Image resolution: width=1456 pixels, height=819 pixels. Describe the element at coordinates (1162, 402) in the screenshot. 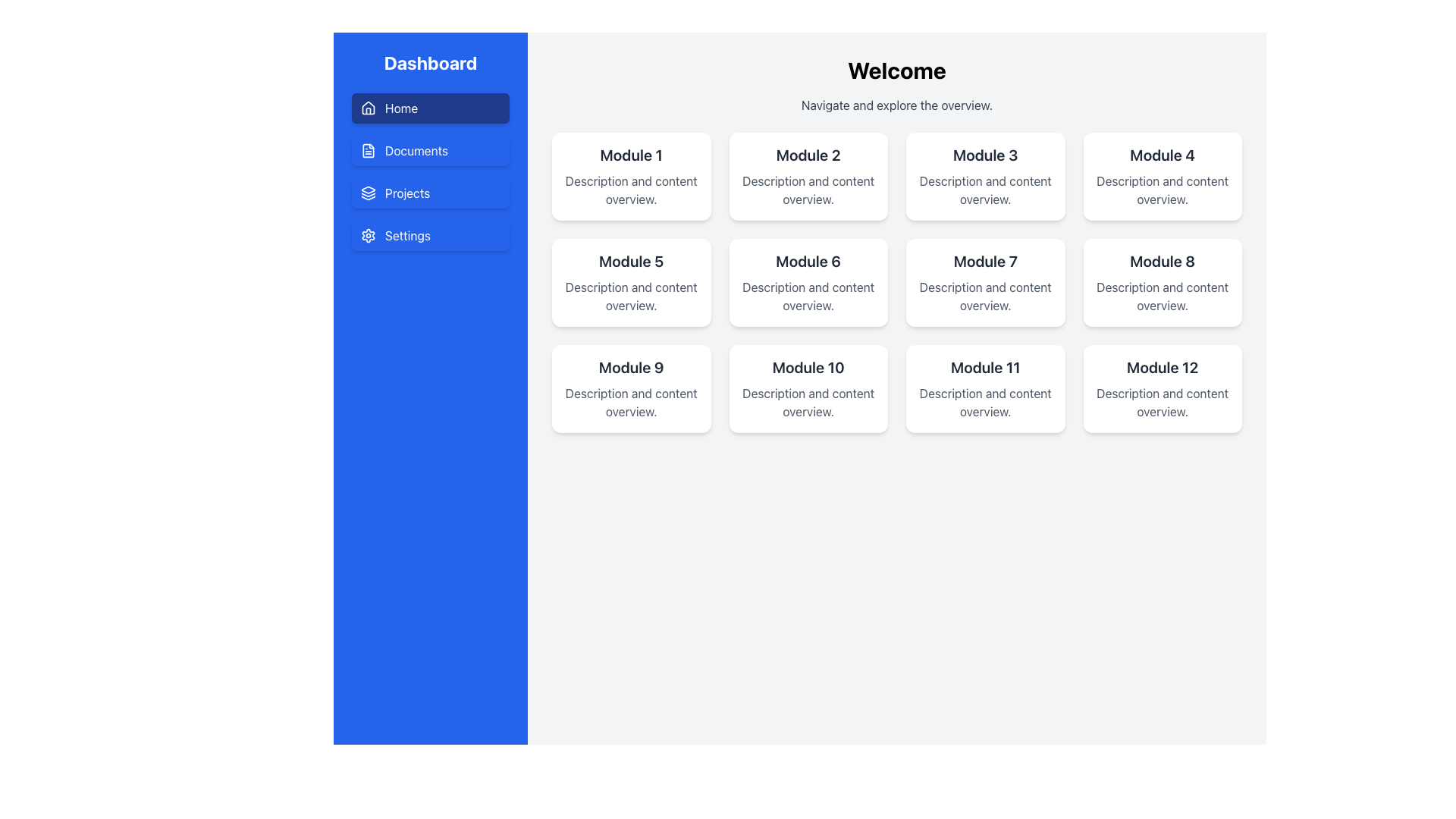

I see `static text label that describes the contents of 'Module 12', located at the bottom of the card on the right-hand side of the dashboard` at that location.